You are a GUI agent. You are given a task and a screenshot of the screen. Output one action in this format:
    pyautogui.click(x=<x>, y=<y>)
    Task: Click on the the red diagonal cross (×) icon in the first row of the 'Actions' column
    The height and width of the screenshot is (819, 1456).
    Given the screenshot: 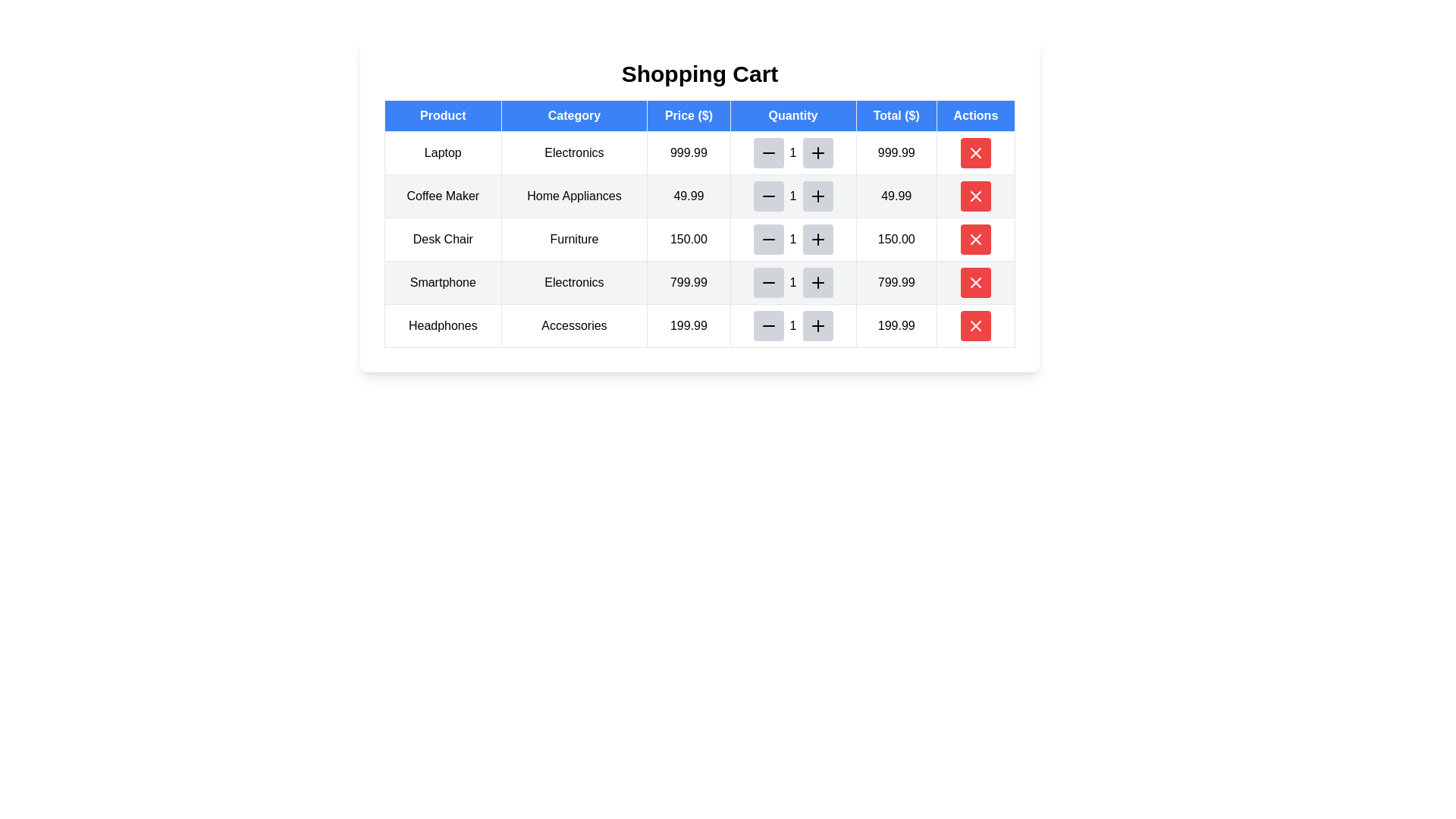 What is the action you would take?
    pyautogui.click(x=975, y=152)
    